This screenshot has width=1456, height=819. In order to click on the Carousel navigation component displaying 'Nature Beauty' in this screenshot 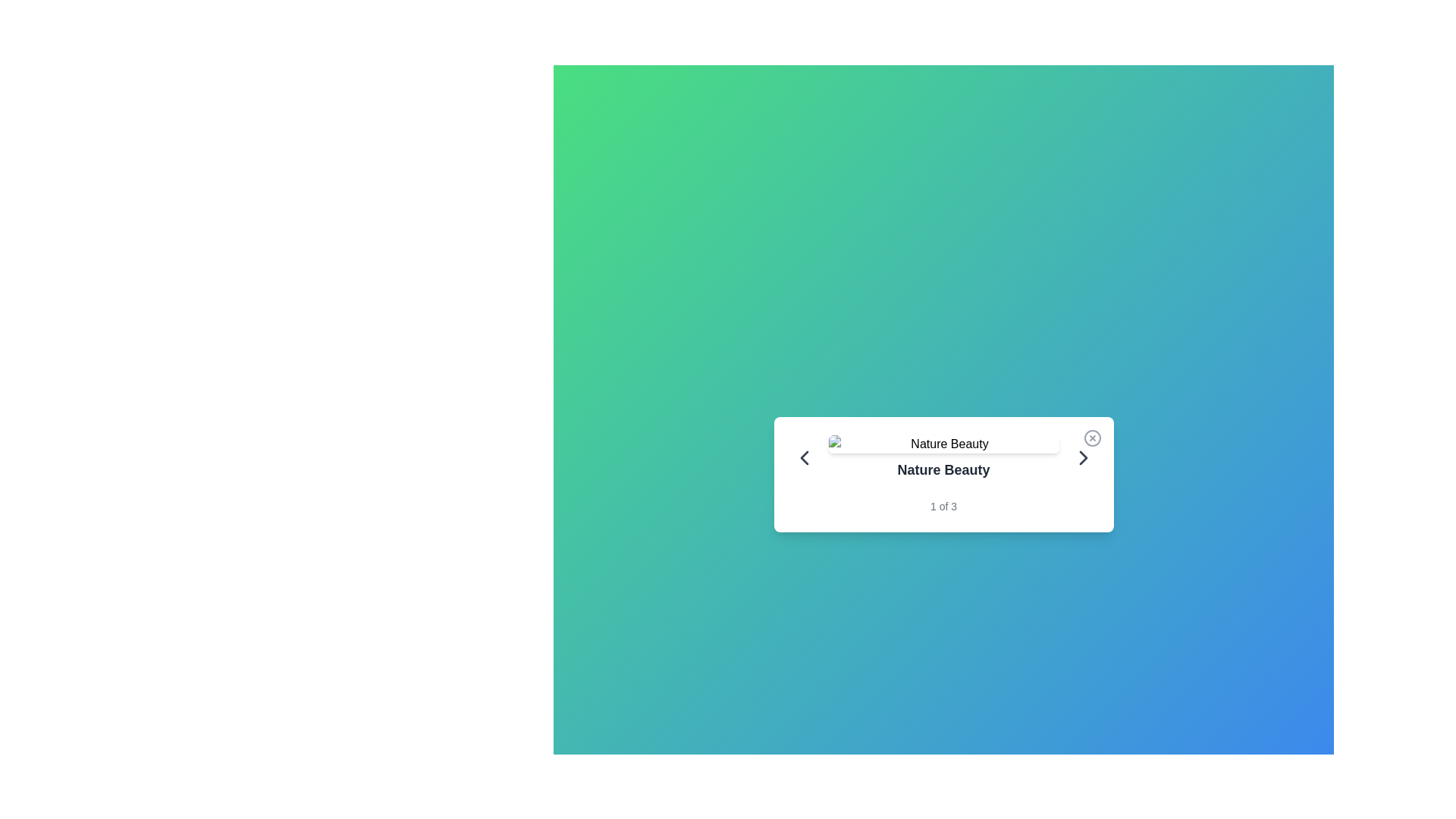, I will do `click(943, 457)`.